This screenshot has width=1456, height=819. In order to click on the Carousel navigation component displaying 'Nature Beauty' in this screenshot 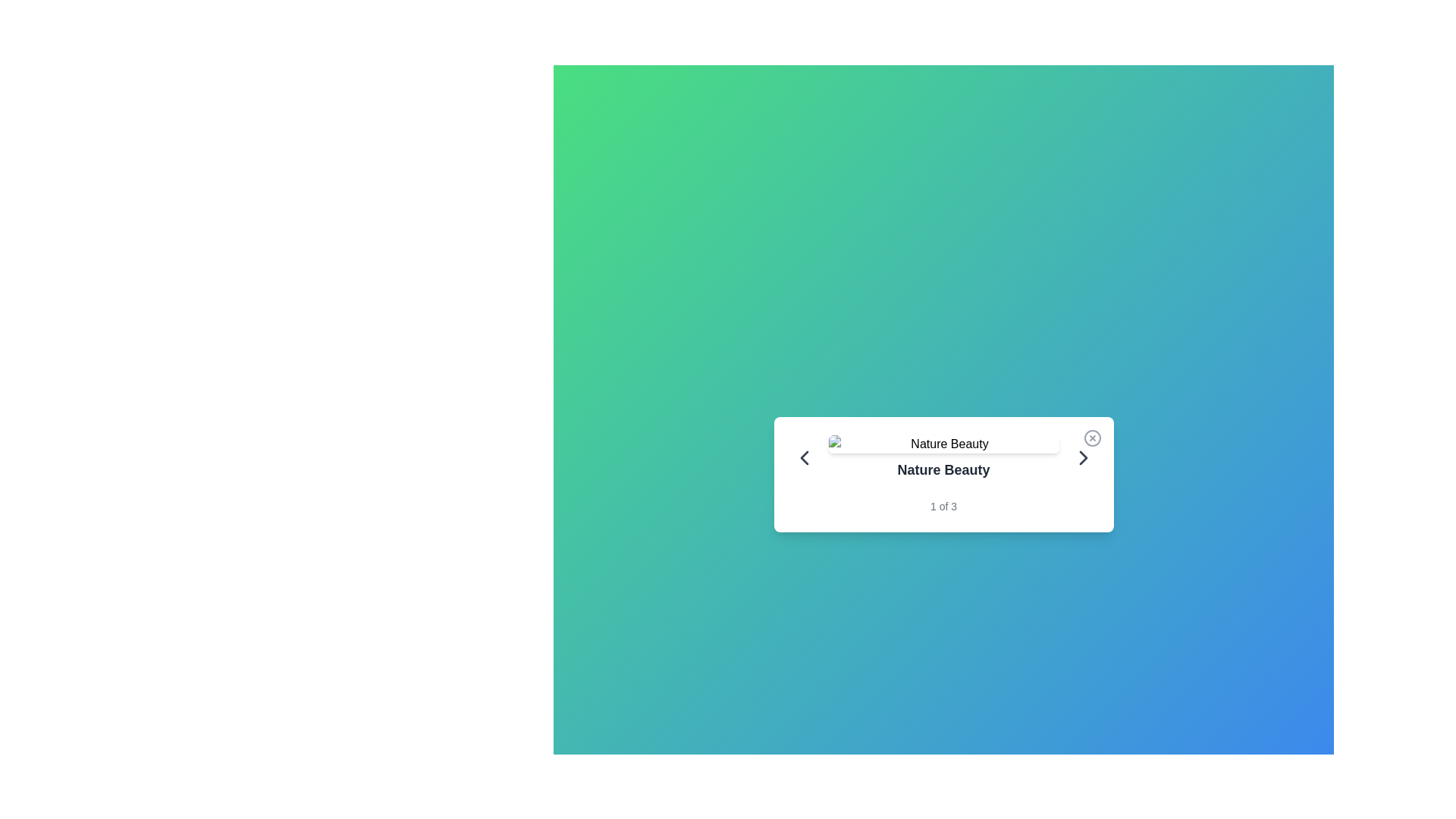, I will do `click(943, 457)`.